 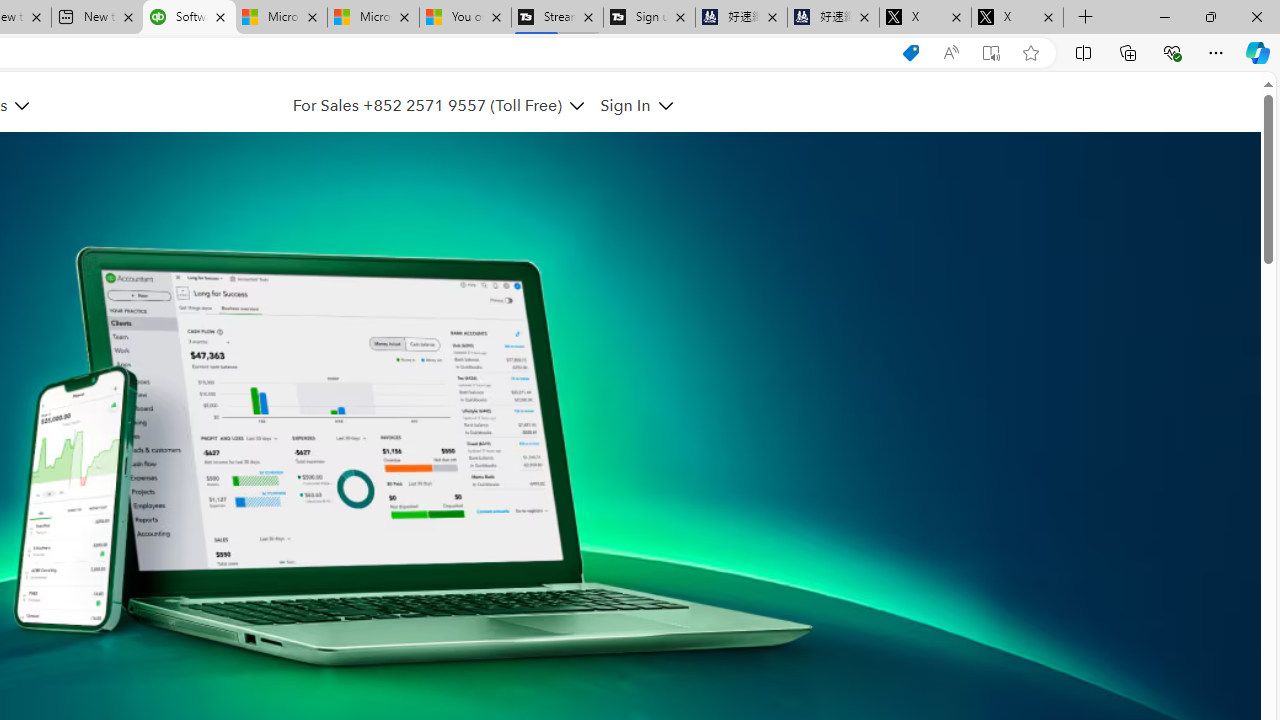 What do you see at coordinates (665, 106) in the screenshot?
I see `'Class: MenuItem_dDown__f585abf6 MenuItem_white__f585abf6'` at bounding box center [665, 106].